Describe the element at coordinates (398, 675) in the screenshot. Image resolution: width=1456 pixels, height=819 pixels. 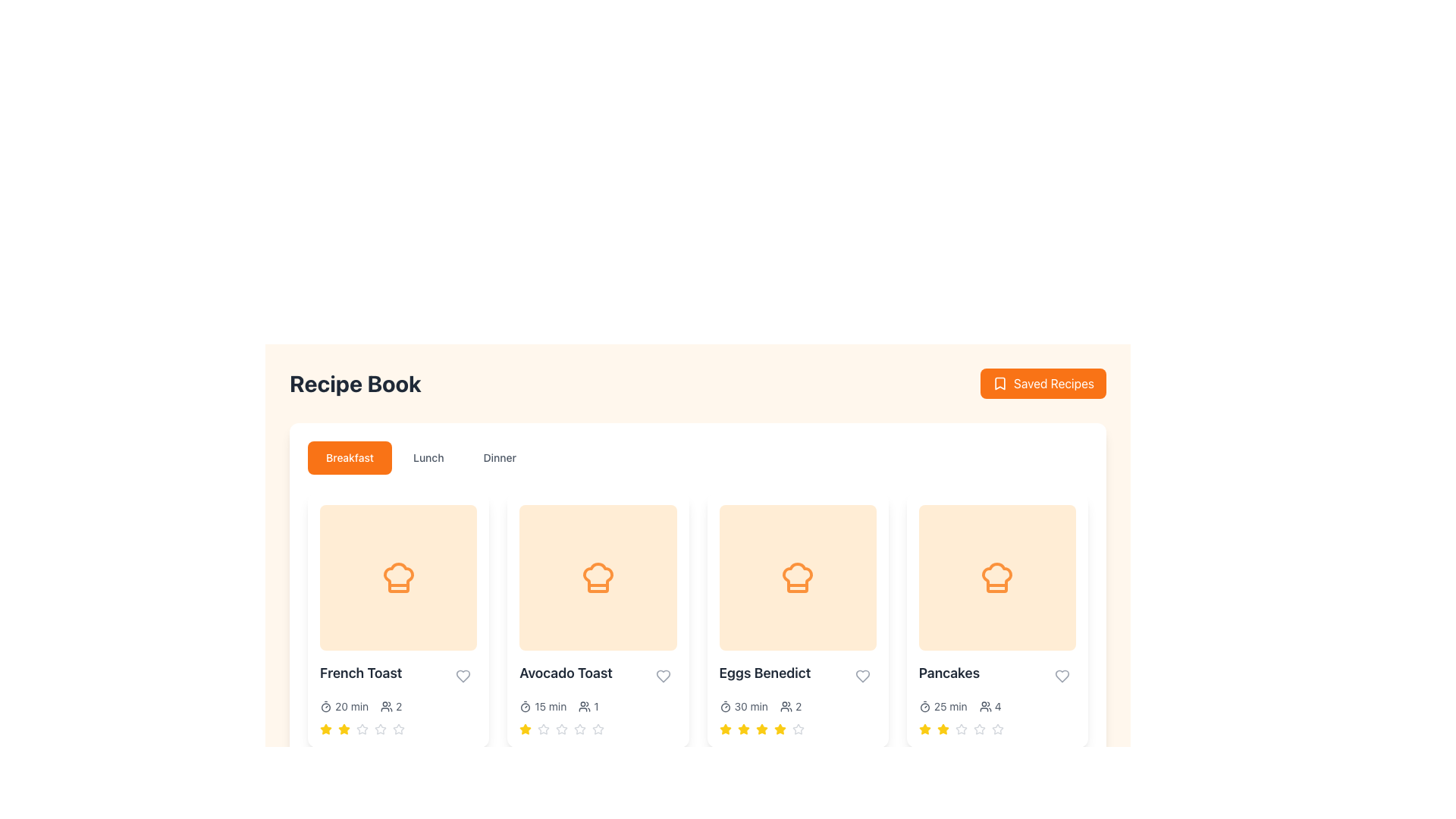
I see `the title of the first recipe card in the 'Breakfast' category, which serves as the recipe name` at that location.